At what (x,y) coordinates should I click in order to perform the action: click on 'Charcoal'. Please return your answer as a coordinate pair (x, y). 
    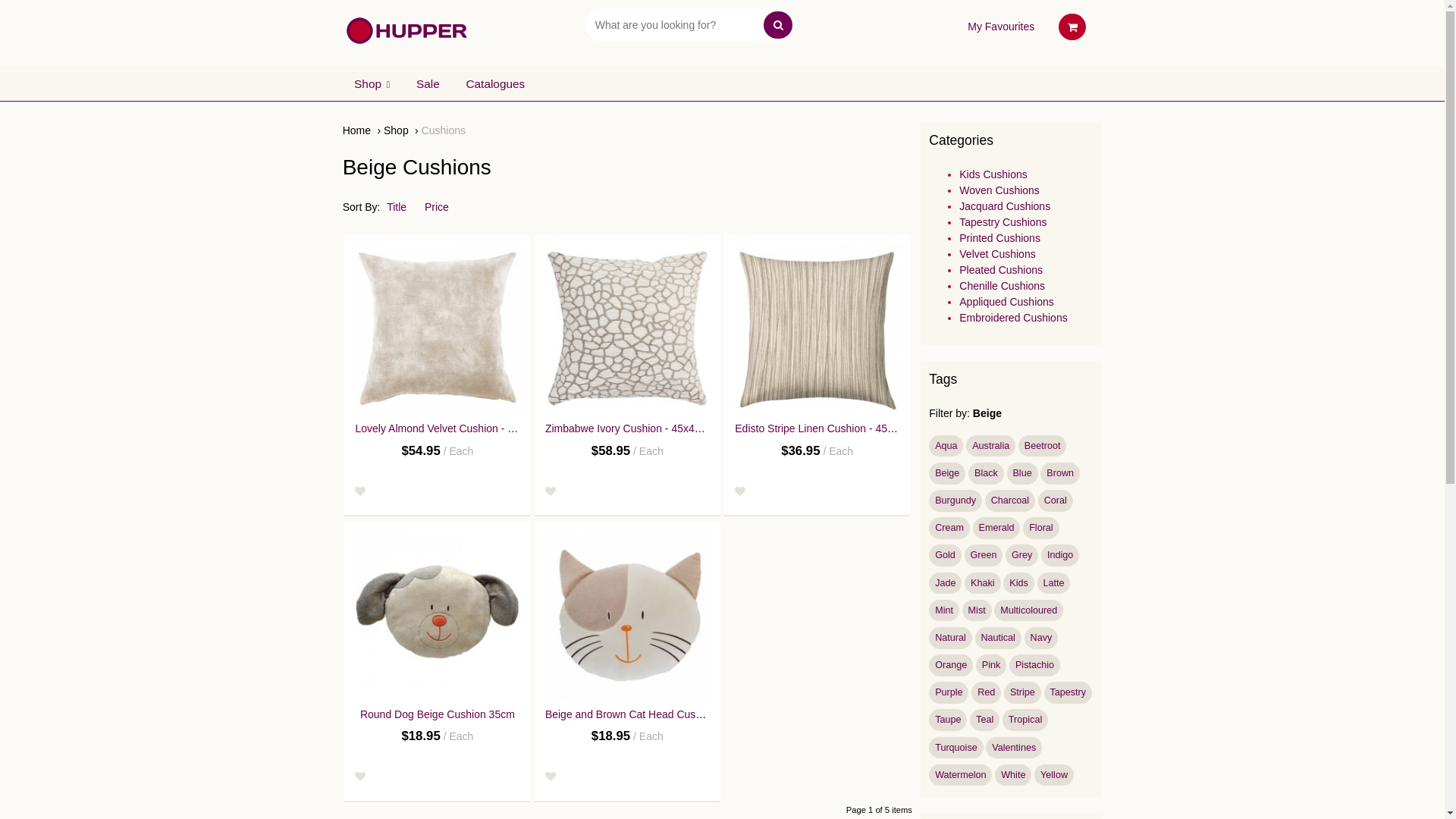
    Looking at the image, I should click on (1009, 500).